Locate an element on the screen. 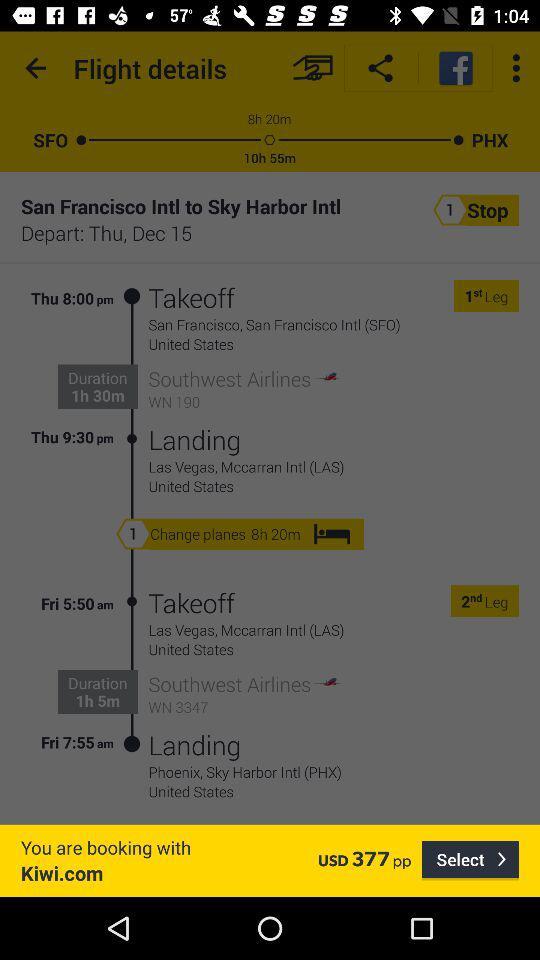 This screenshot has height=960, width=540. item next to the flight details icon is located at coordinates (312, 68).